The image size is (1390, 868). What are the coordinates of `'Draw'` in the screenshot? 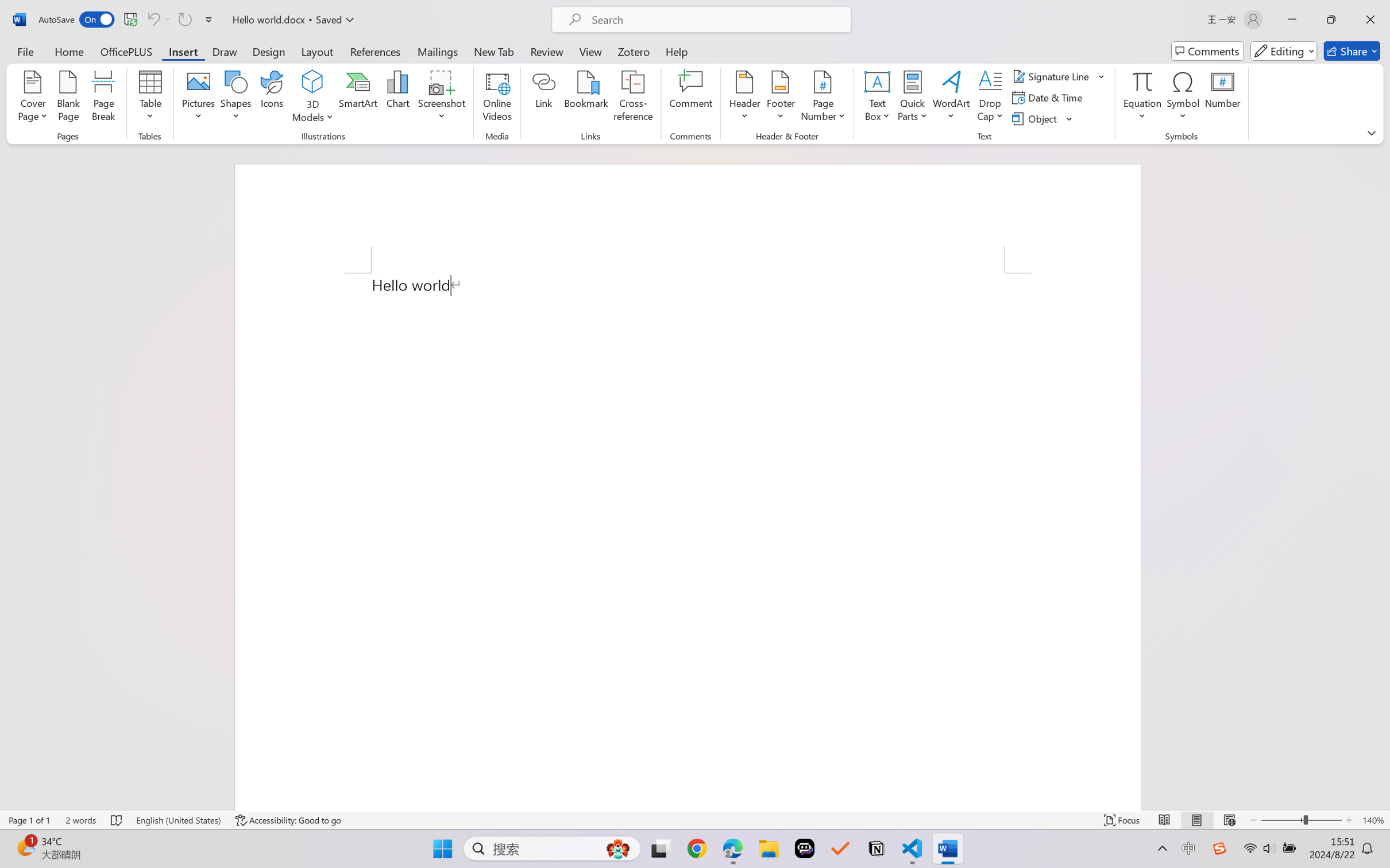 It's located at (225, 51).